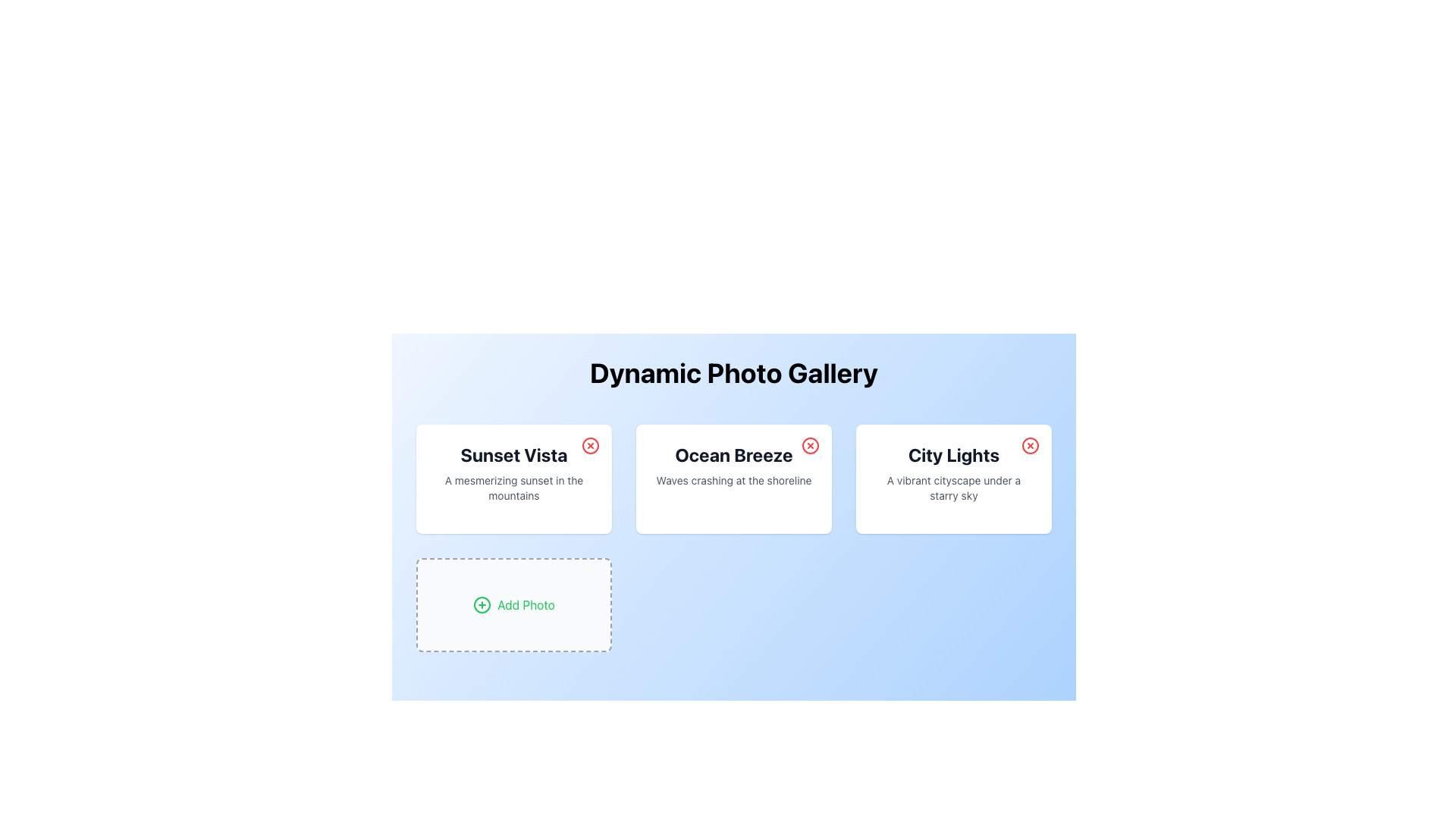 The image size is (1456, 819). I want to click on the descriptive text label related to 'City Lights' to possibly trigger a tooltip, so click(952, 488).